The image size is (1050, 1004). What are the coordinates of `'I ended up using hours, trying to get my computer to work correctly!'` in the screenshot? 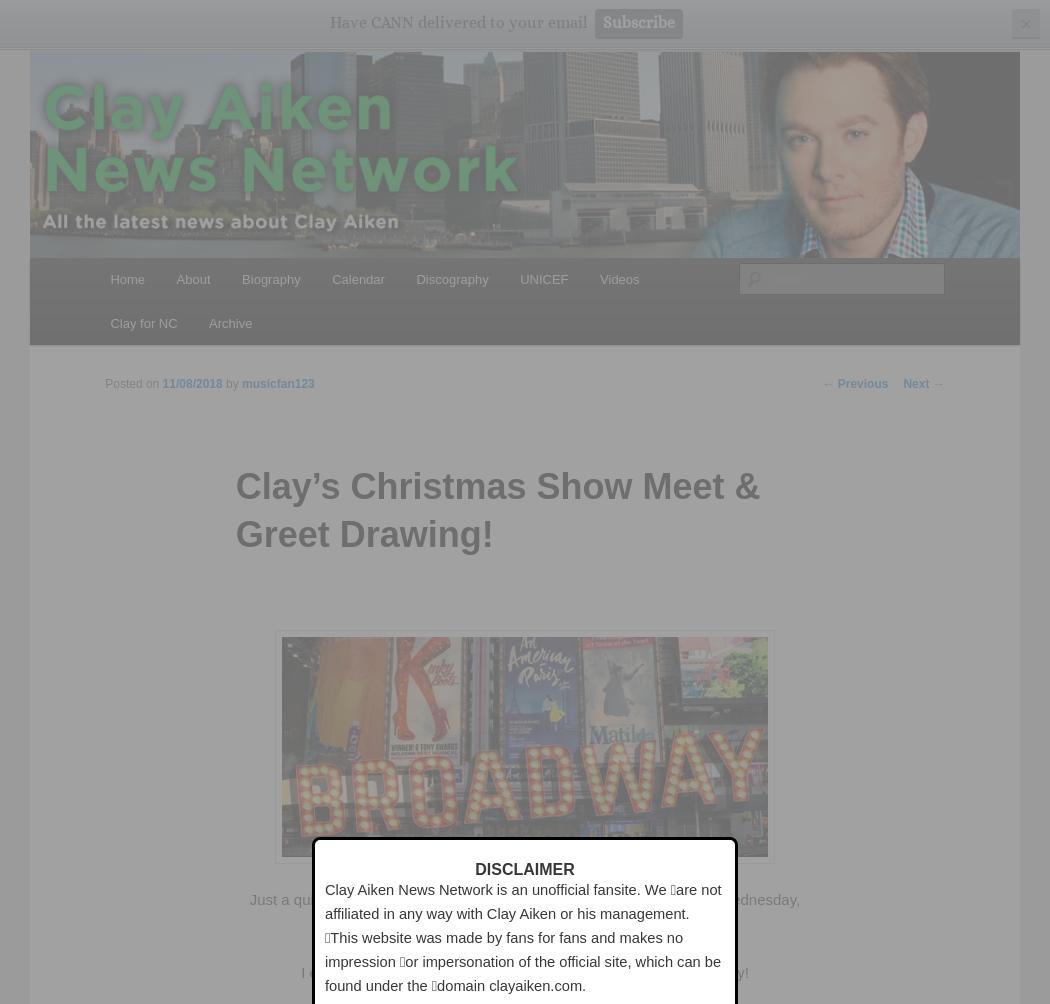 It's located at (523, 971).